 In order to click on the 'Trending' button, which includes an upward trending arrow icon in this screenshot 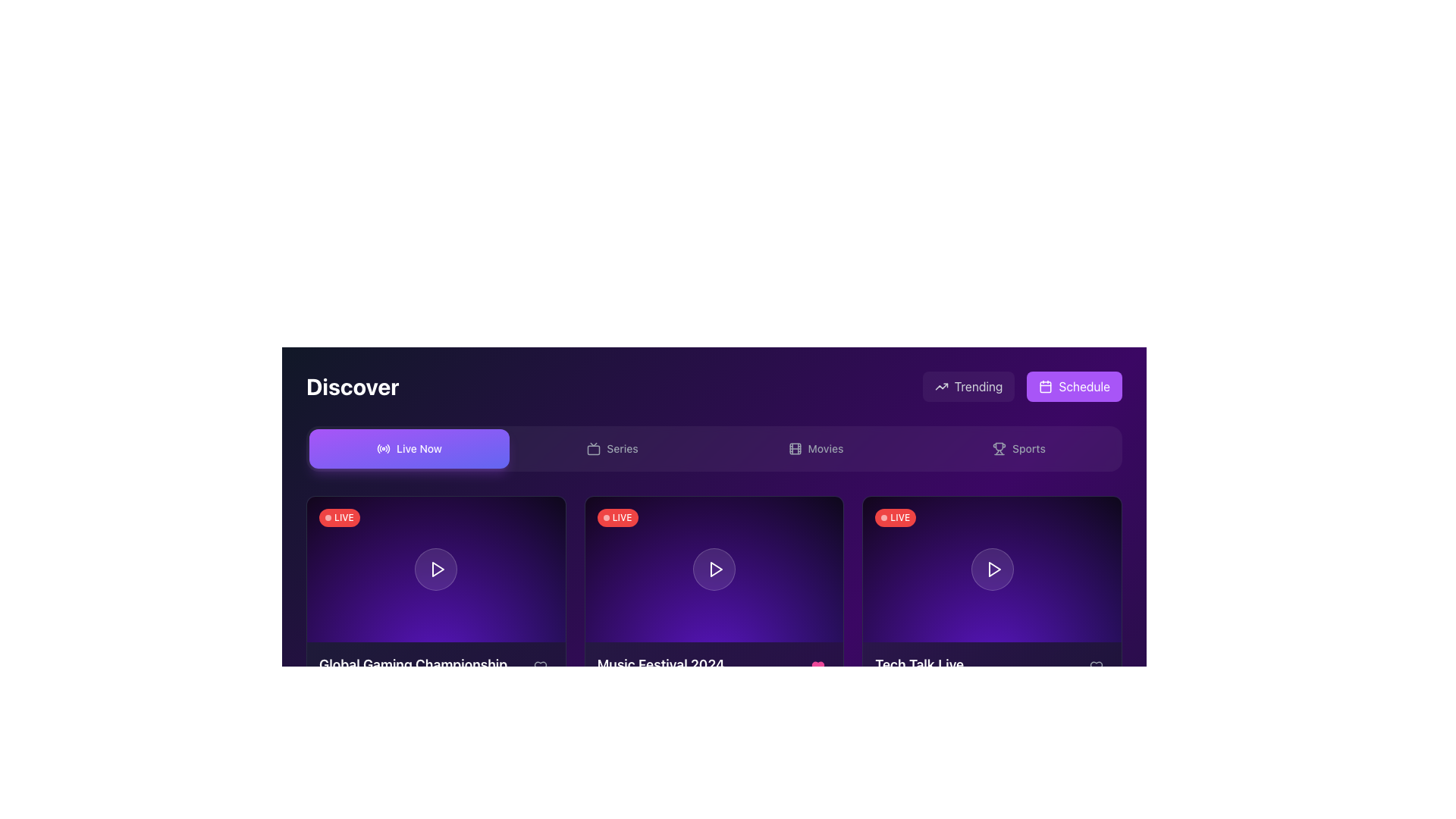, I will do `click(940, 385)`.